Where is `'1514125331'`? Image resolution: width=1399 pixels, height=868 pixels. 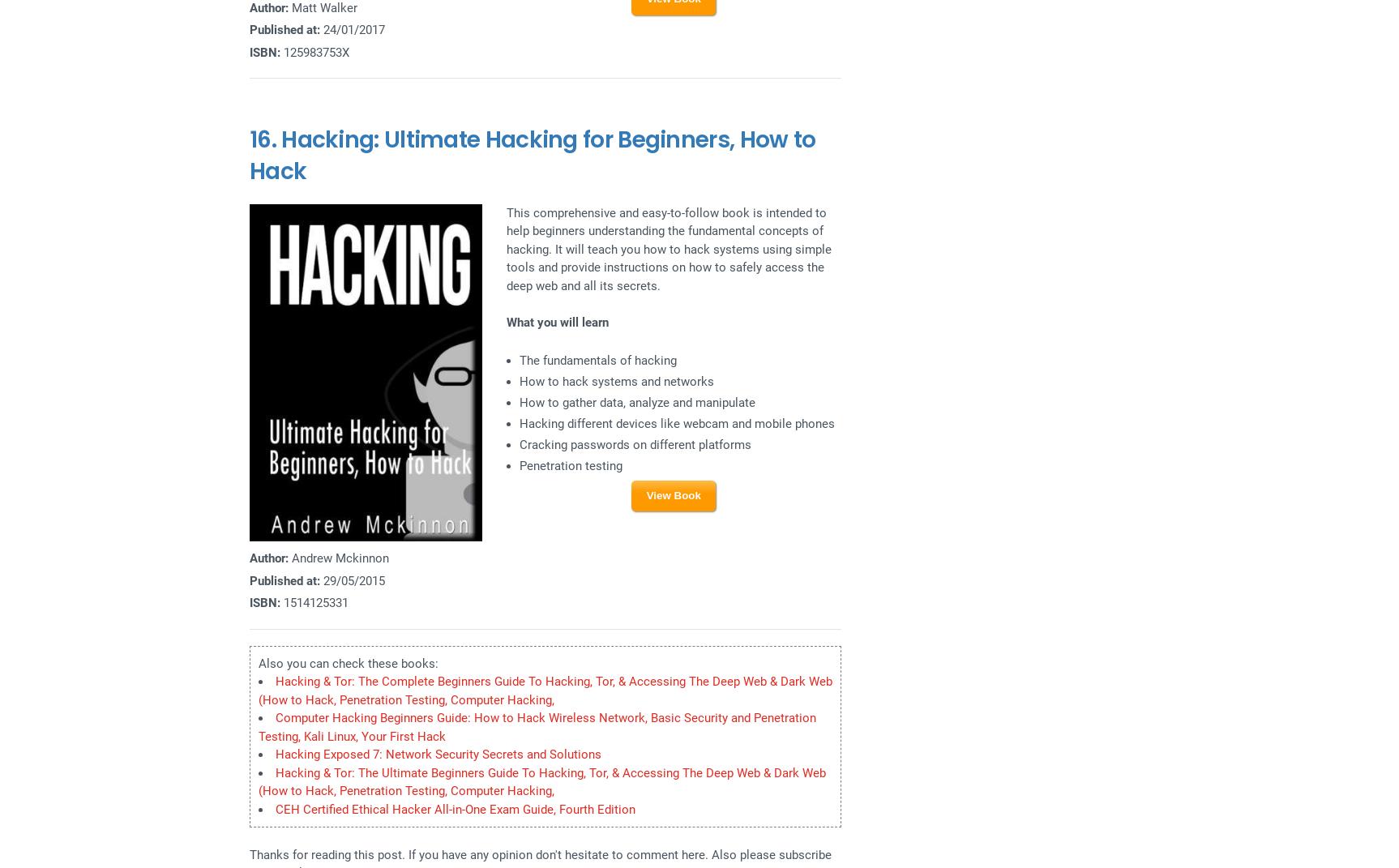 '1514125331' is located at coordinates (314, 603).